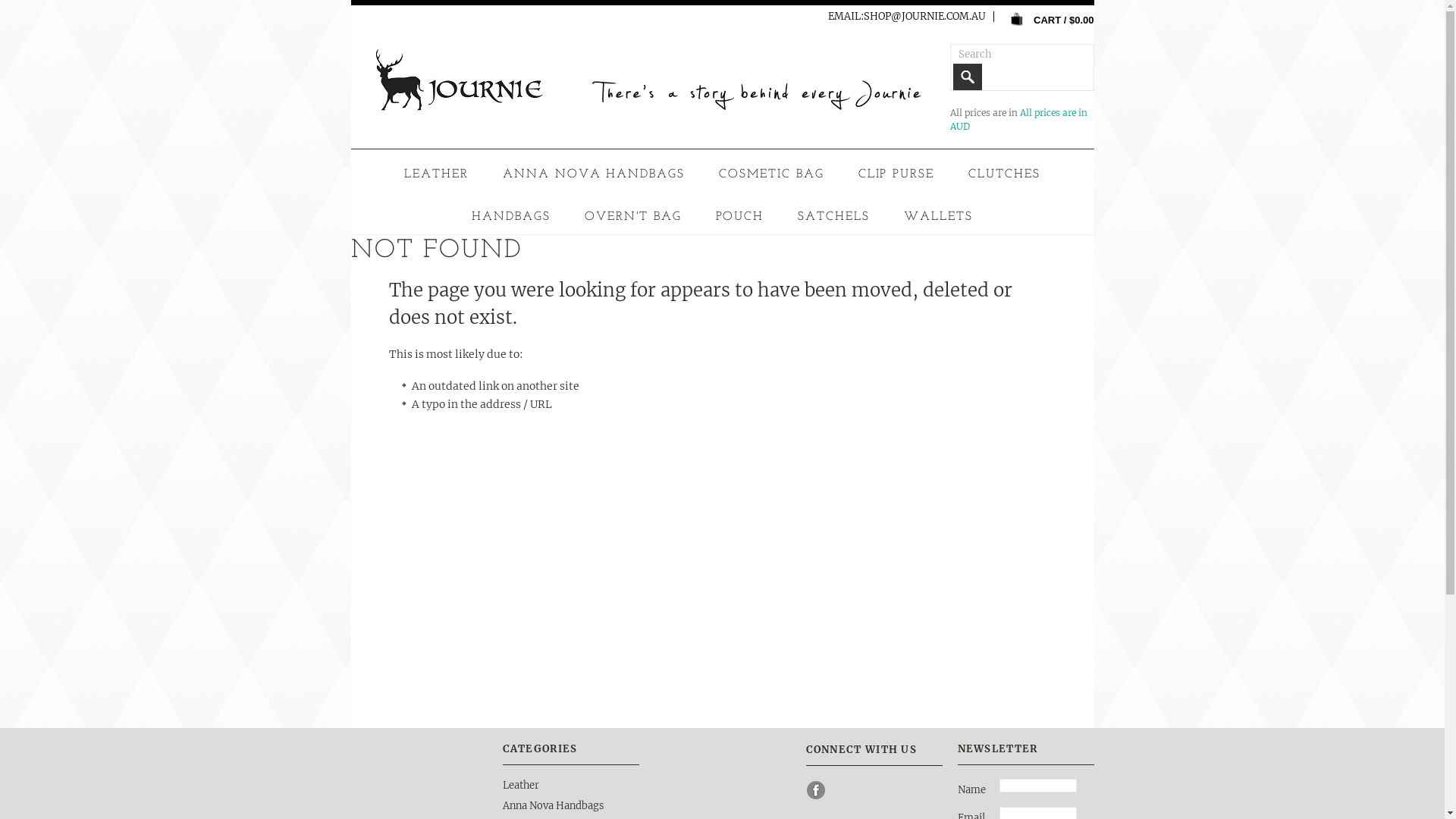 The width and height of the screenshot is (1456, 819). I want to click on 'Facebook', so click(814, 789).